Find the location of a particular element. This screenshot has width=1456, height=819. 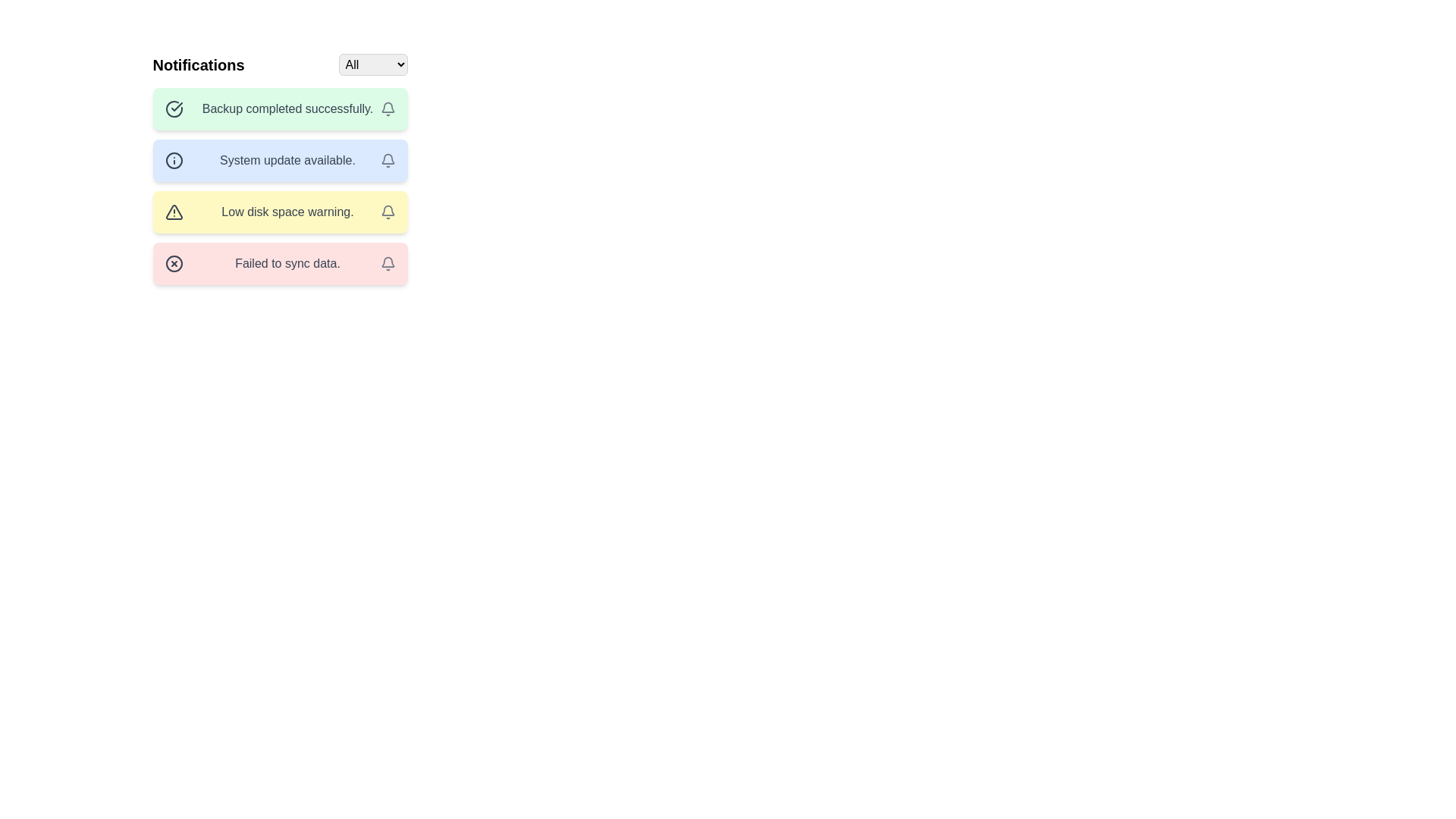

the triangular alert icon located to the left of the text 'Low disk space warning' in the third notification row is located at coordinates (174, 212).